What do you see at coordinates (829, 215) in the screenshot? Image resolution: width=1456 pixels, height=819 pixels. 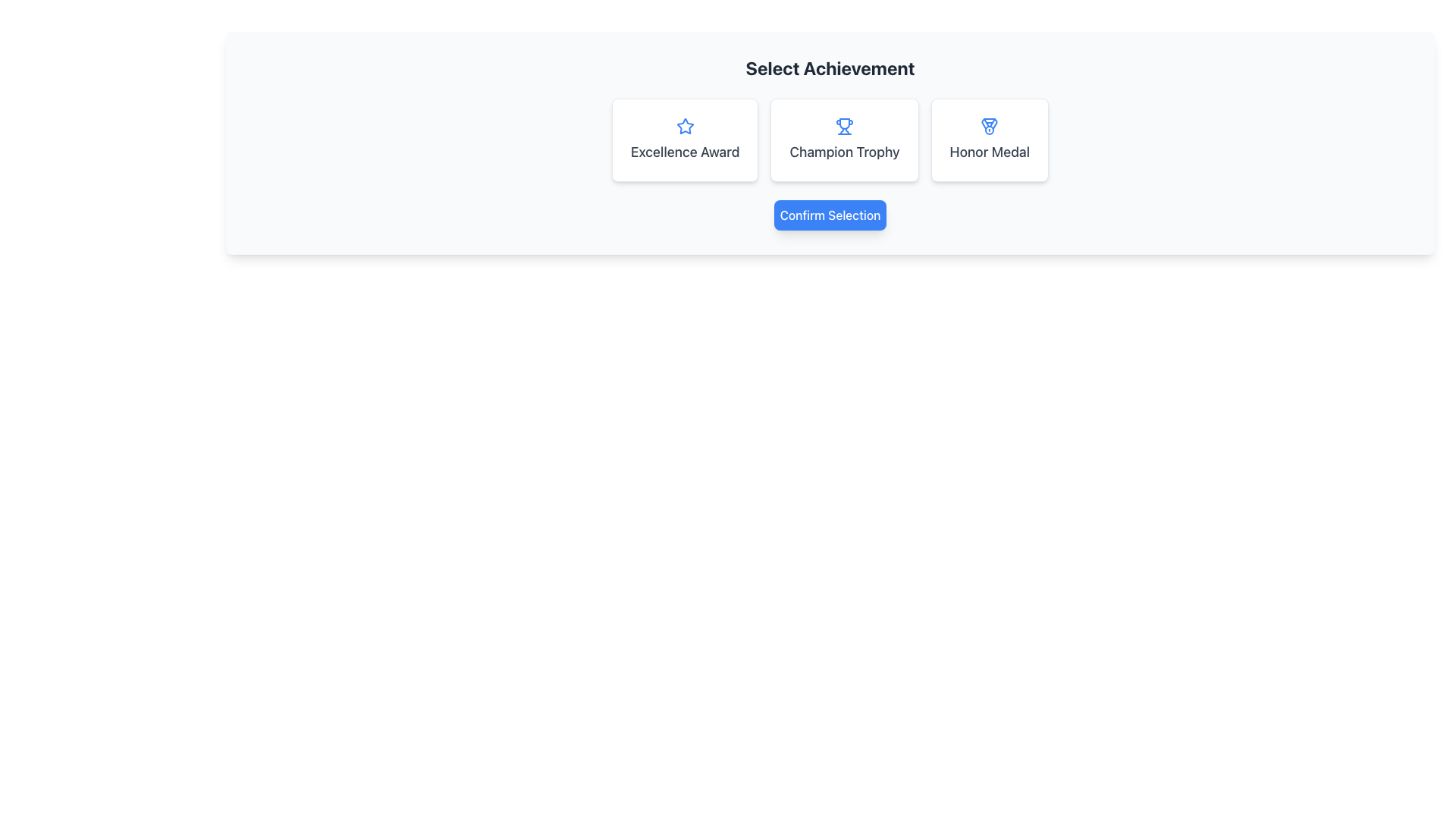 I see `the confirmation button located below the cards labeled 'Excellence Award,' 'Champion Trophy,' and 'Honor Medal' to observe the hover effects` at bounding box center [829, 215].